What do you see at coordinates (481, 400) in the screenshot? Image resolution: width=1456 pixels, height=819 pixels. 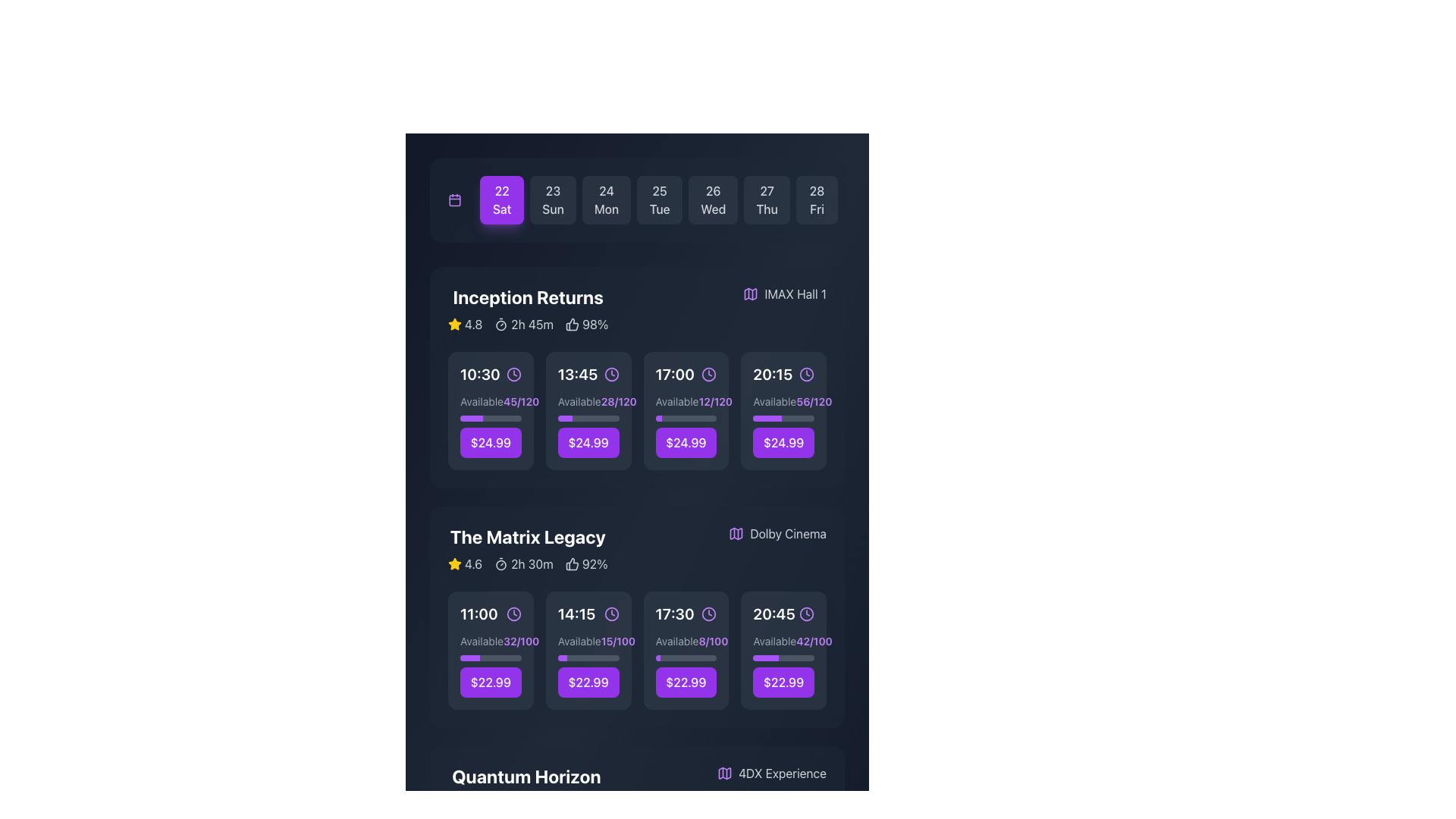 I see `the static text label indicating the availability status for the 'Inception Returns' movie time slot located beneath the '10:30' time label` at bounding box center [481, 400].